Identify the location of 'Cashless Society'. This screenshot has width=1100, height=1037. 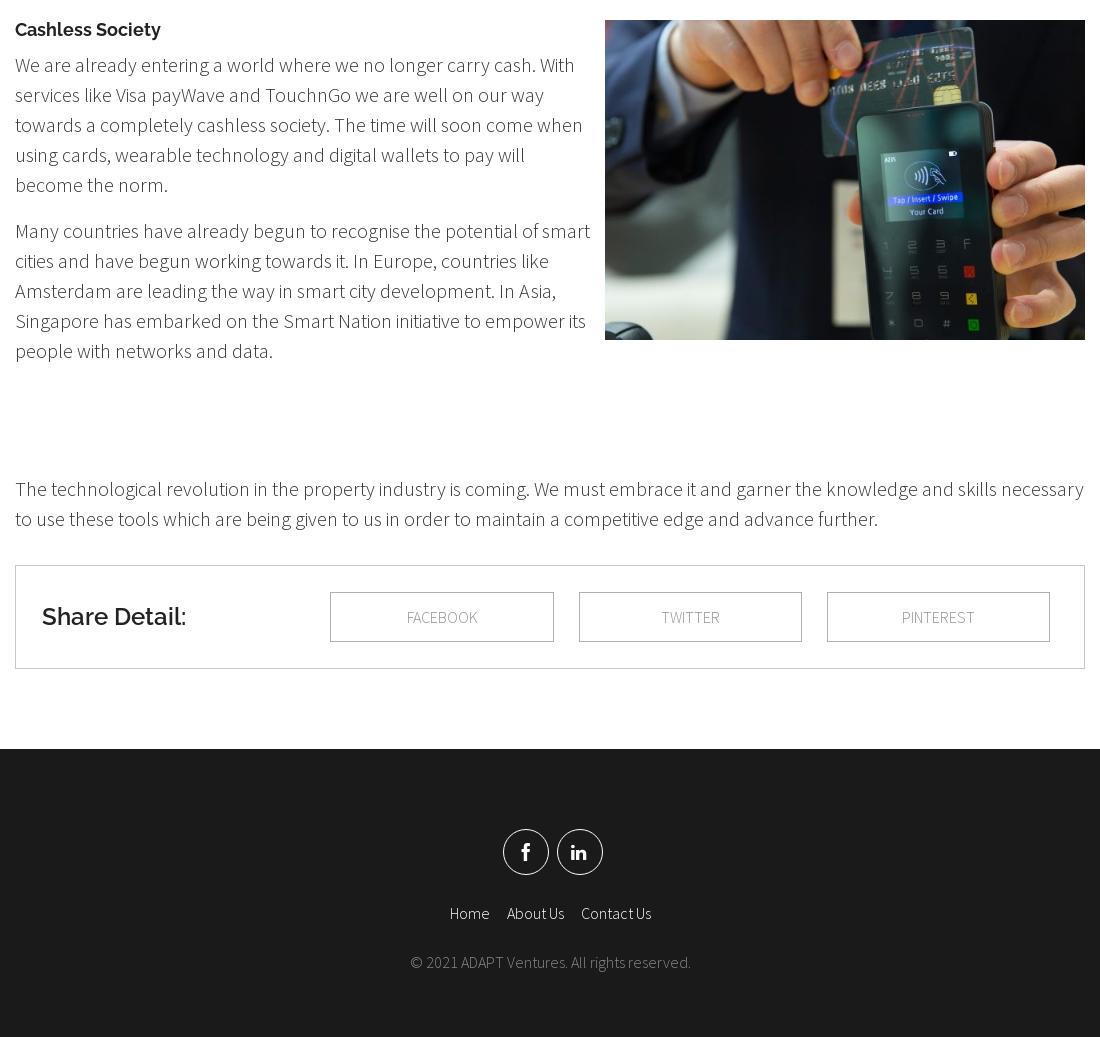
(88, 28).